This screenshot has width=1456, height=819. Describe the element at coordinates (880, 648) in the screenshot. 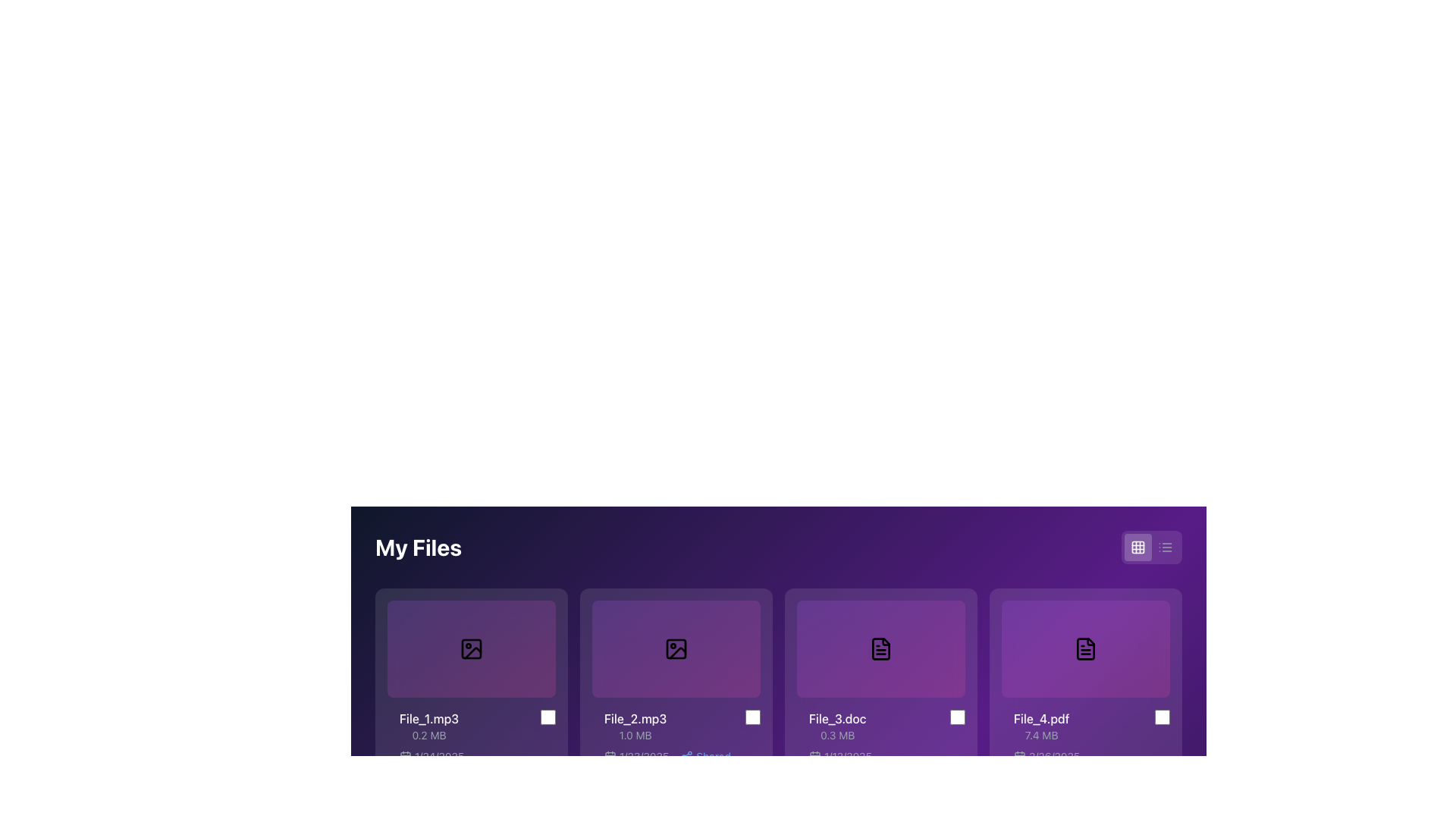

I see `the document file icon located above the label 'File_3.doc', which is the second graphical icon in the third card from the left in a grid layout` at that location.